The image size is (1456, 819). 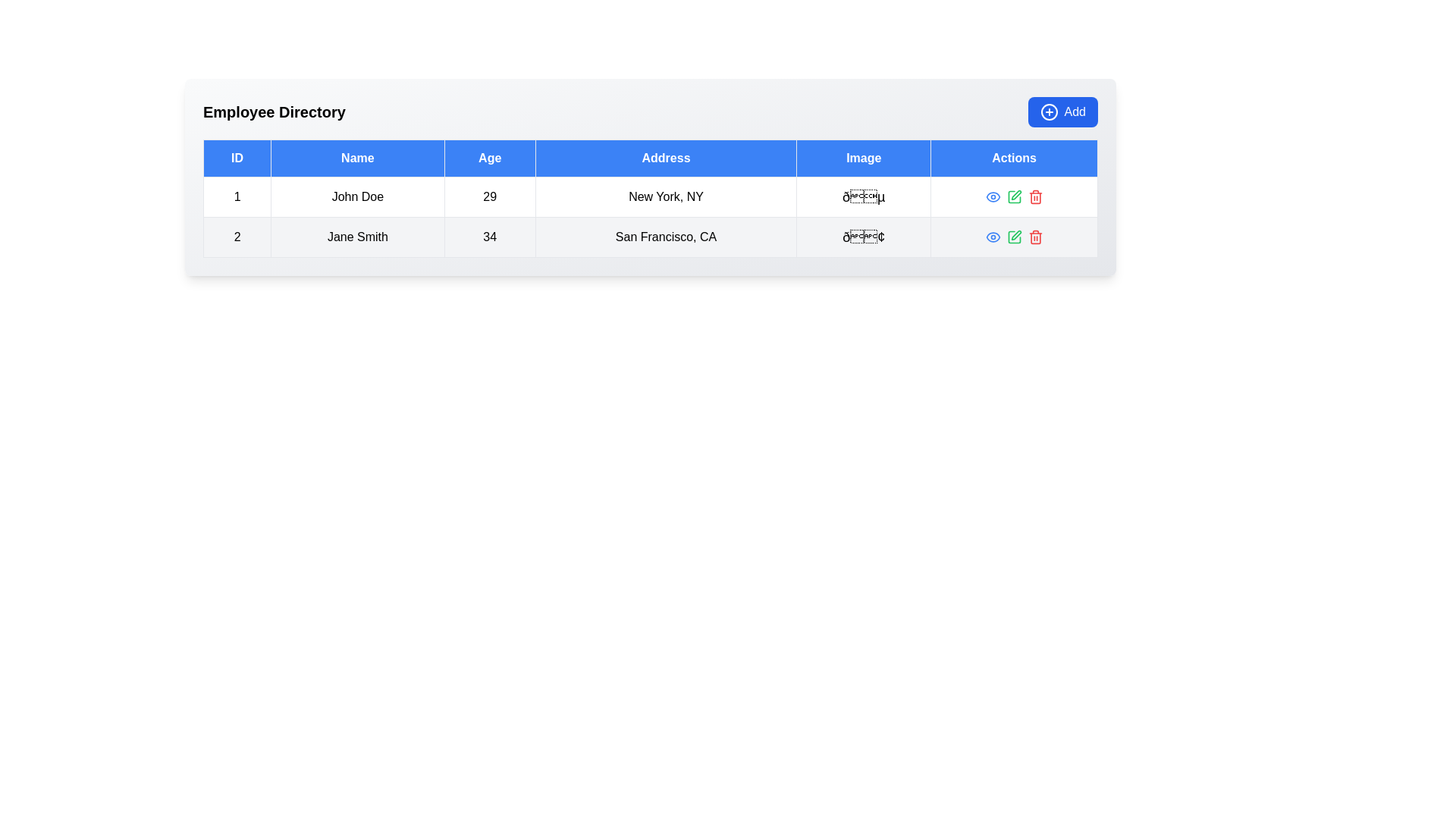 What do you see at coordinates (1014, 196) in the screenshot?
I see `the green pen icon in the Actions column of the second row to initiate the edit functionality` at bounding box center [1014, 196].